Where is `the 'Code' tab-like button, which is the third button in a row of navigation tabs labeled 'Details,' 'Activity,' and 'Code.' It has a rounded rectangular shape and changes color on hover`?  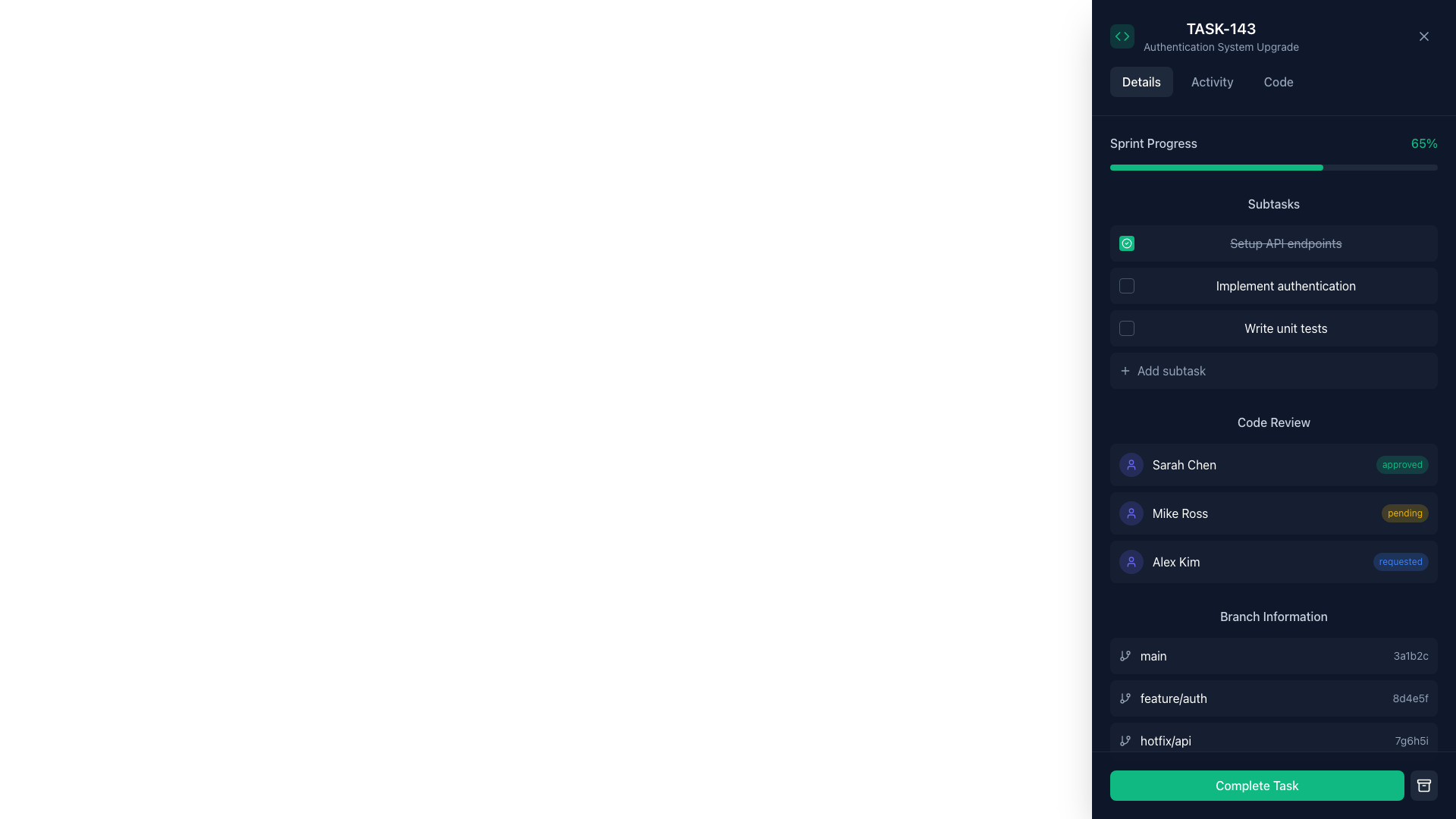 the 'Code' tab-like button, which is the third button in a row of navigation tabs labeled 'Details,' 'Activity,' and 'Code.' It has a rounded rectangular shape and changes color on hover is located at coordinates (1278, 82).